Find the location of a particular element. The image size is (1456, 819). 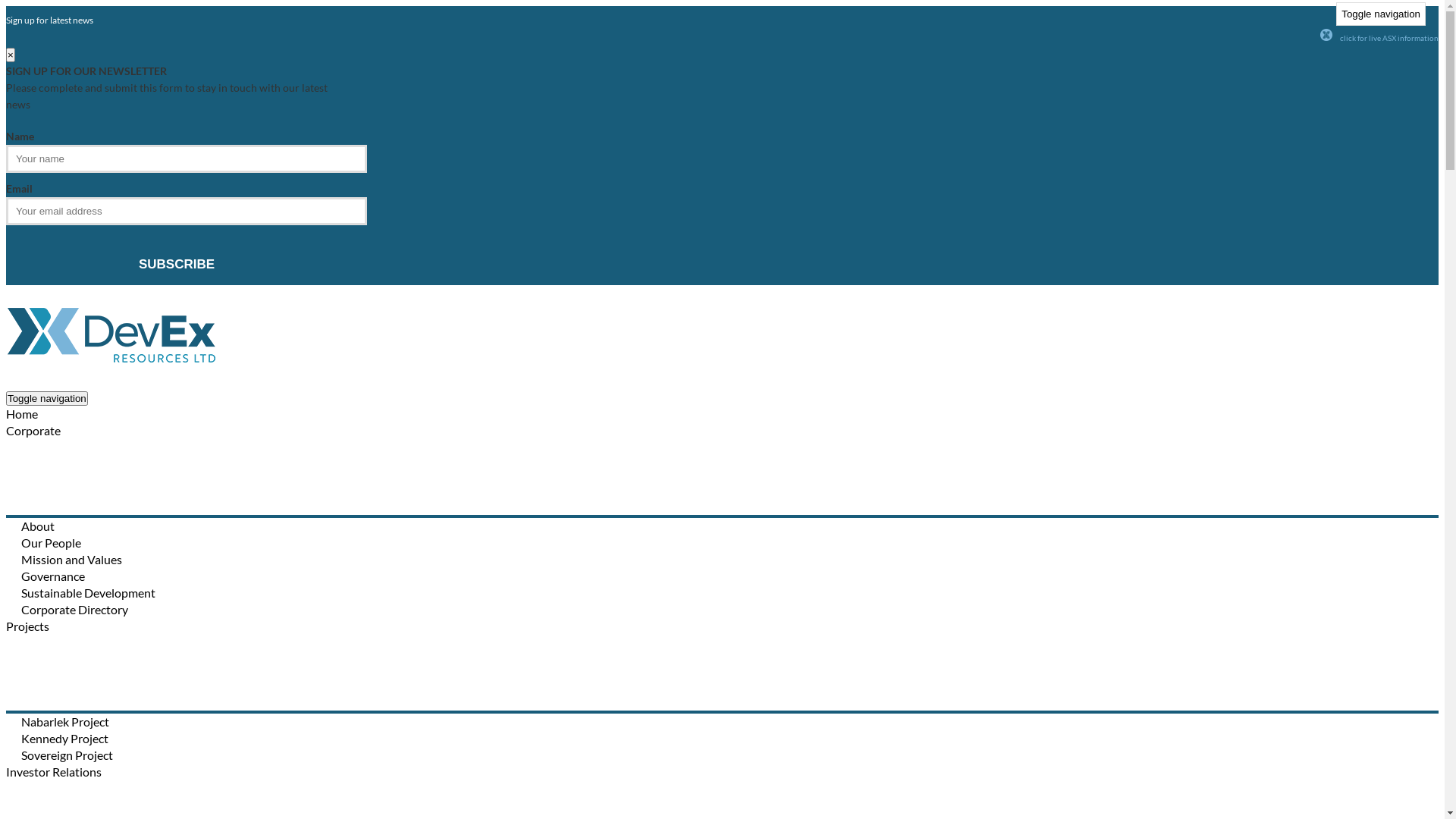

'Investor Relations' is located at coordinates (54, 771).